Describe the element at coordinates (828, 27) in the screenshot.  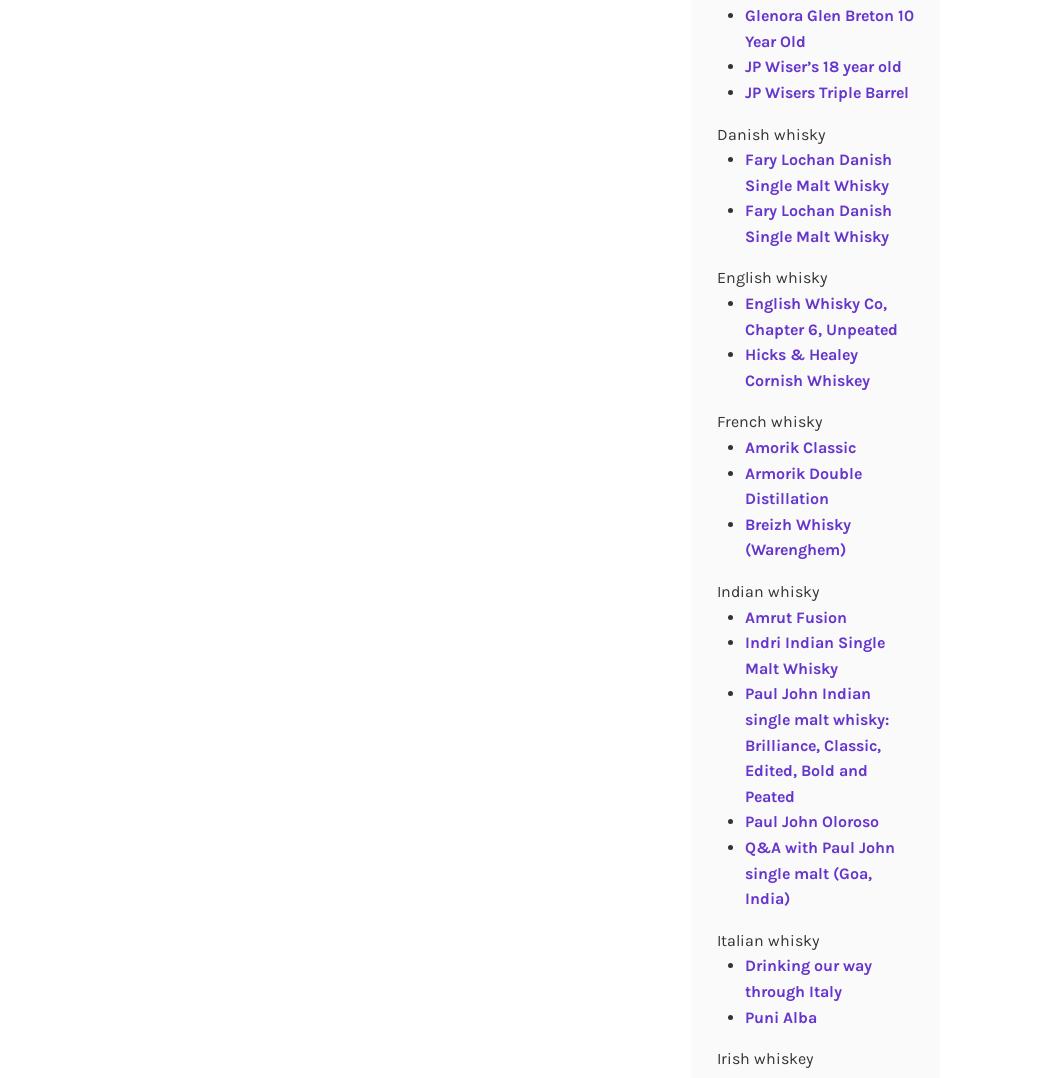
I see `'Glenora Glen Breton 10 Year Old'` at that location.